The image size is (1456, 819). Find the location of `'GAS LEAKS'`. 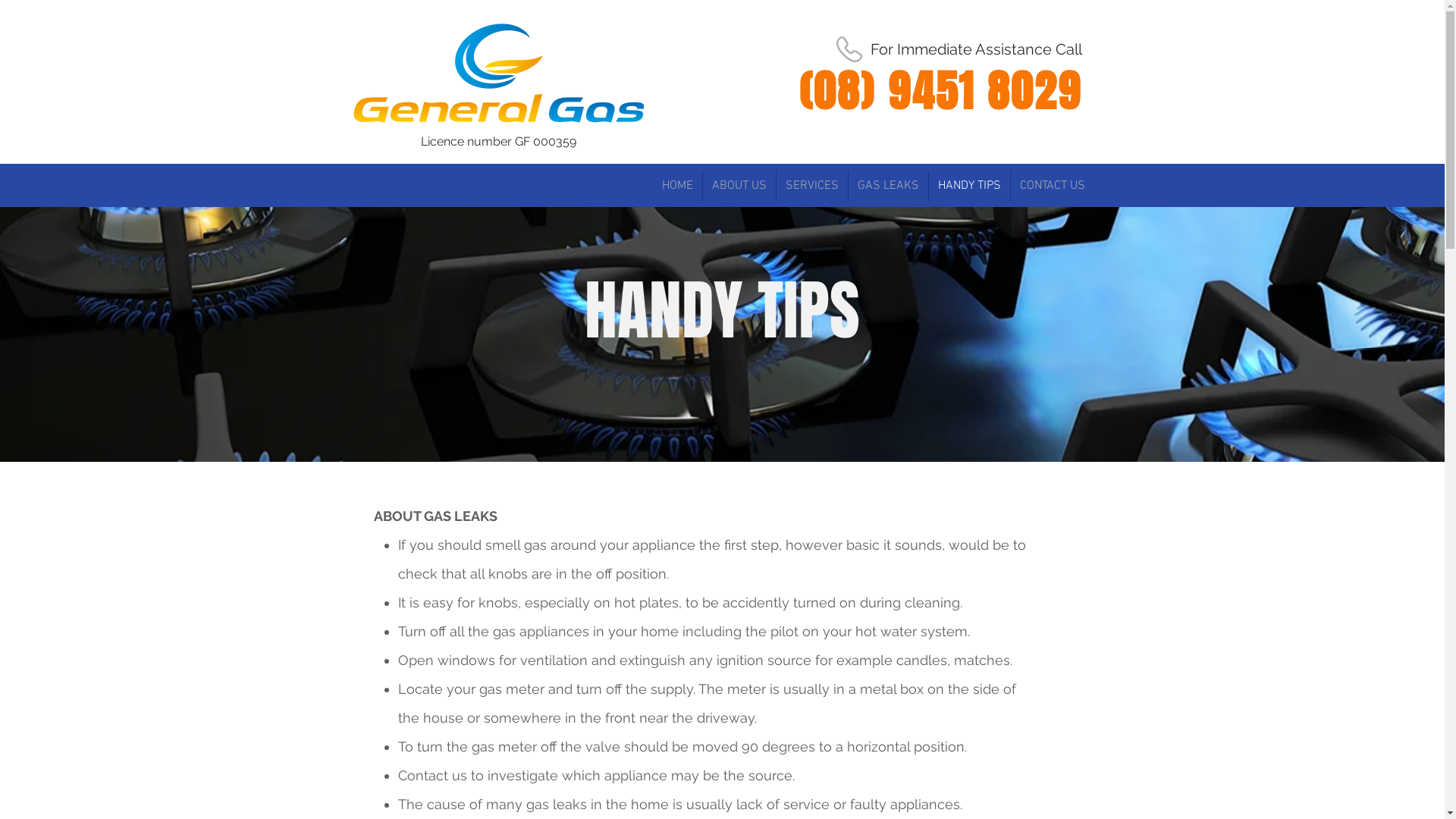

'GAS LEAKS' is located at coordinates (887, 185).